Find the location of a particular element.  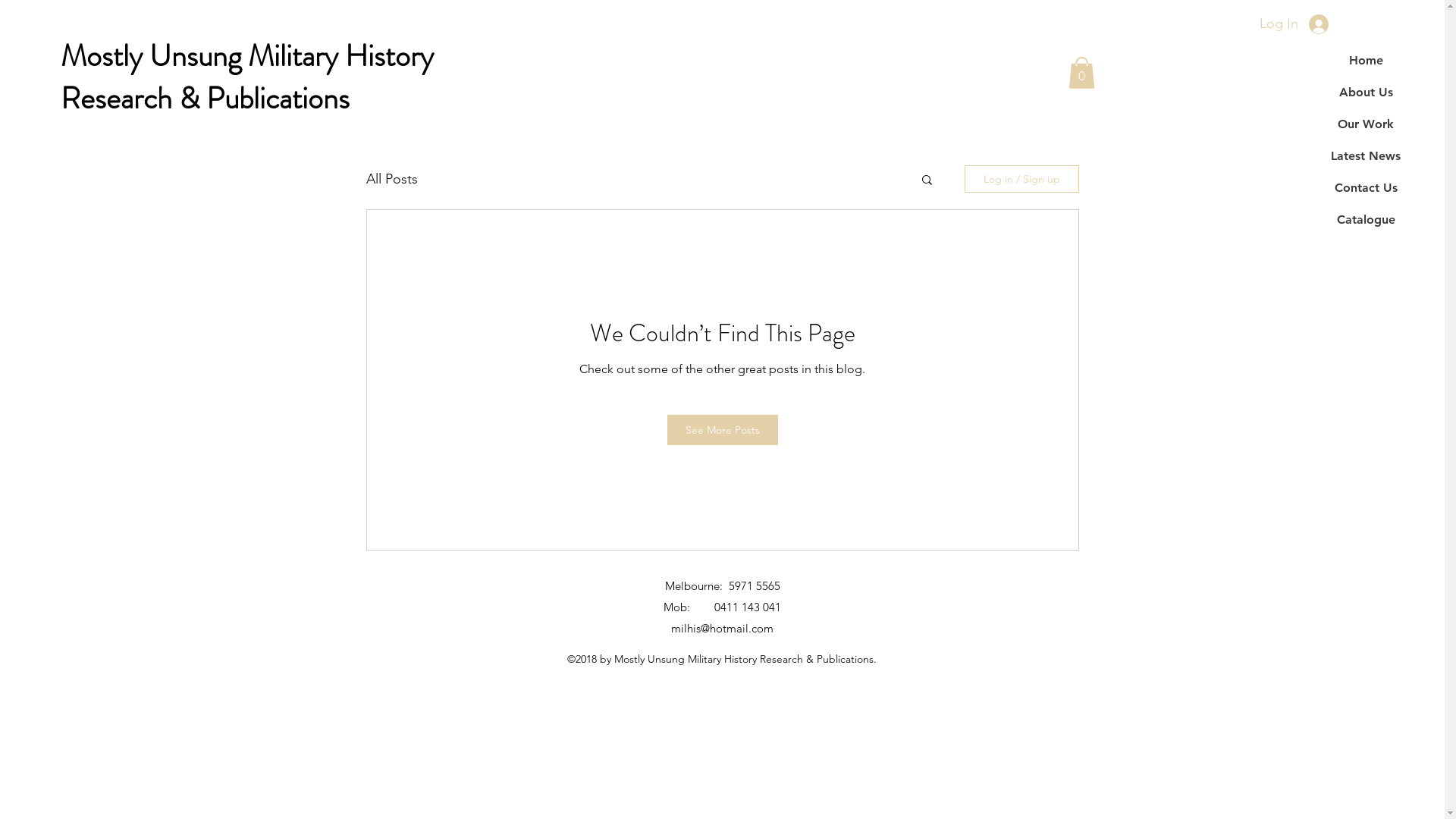

'See More Posts' is located at coordinates (722, 430).